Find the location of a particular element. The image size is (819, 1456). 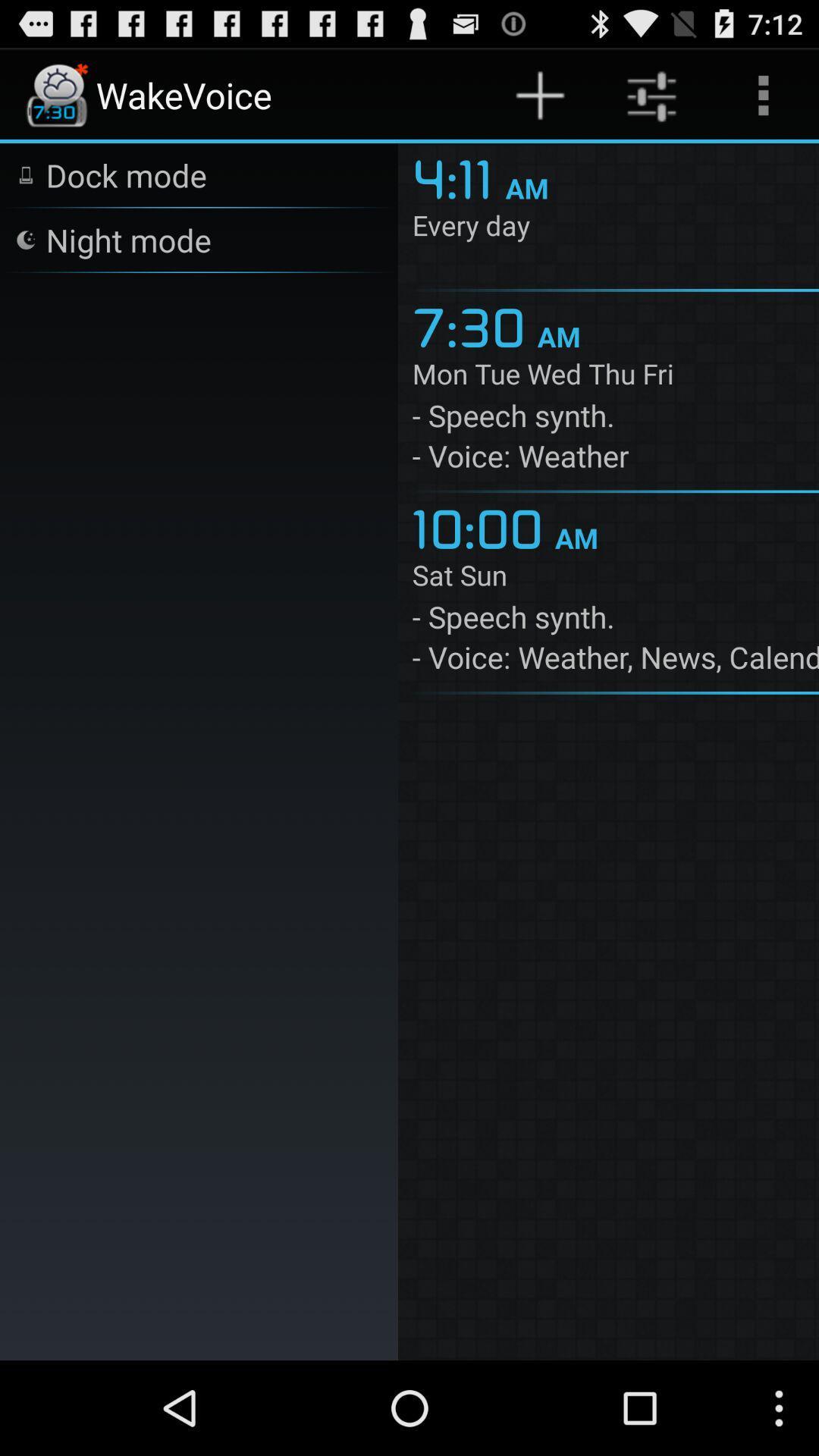

sat sun app is located at coordinates (615, 577).